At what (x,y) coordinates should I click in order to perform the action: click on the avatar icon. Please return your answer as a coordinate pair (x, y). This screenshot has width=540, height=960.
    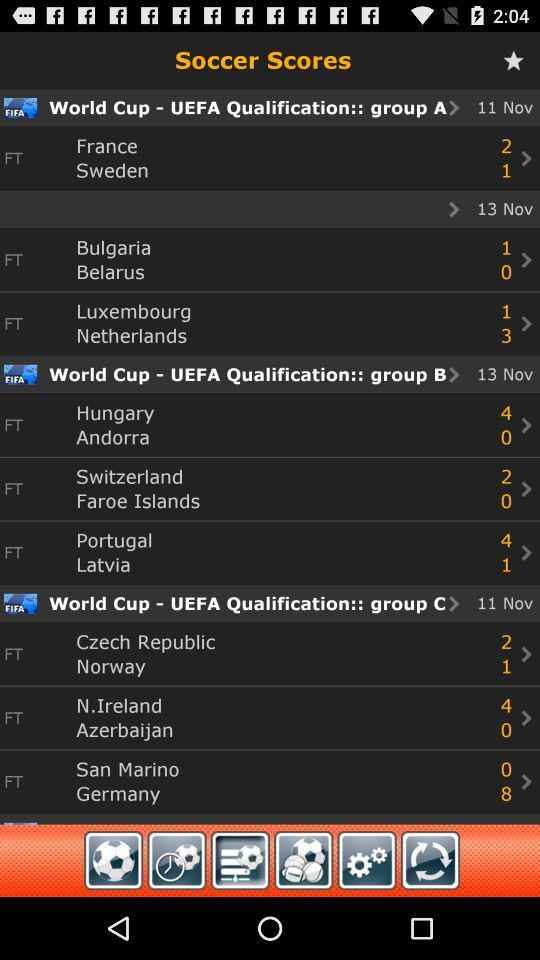
    Looking at the image, I should click on (302, 921).